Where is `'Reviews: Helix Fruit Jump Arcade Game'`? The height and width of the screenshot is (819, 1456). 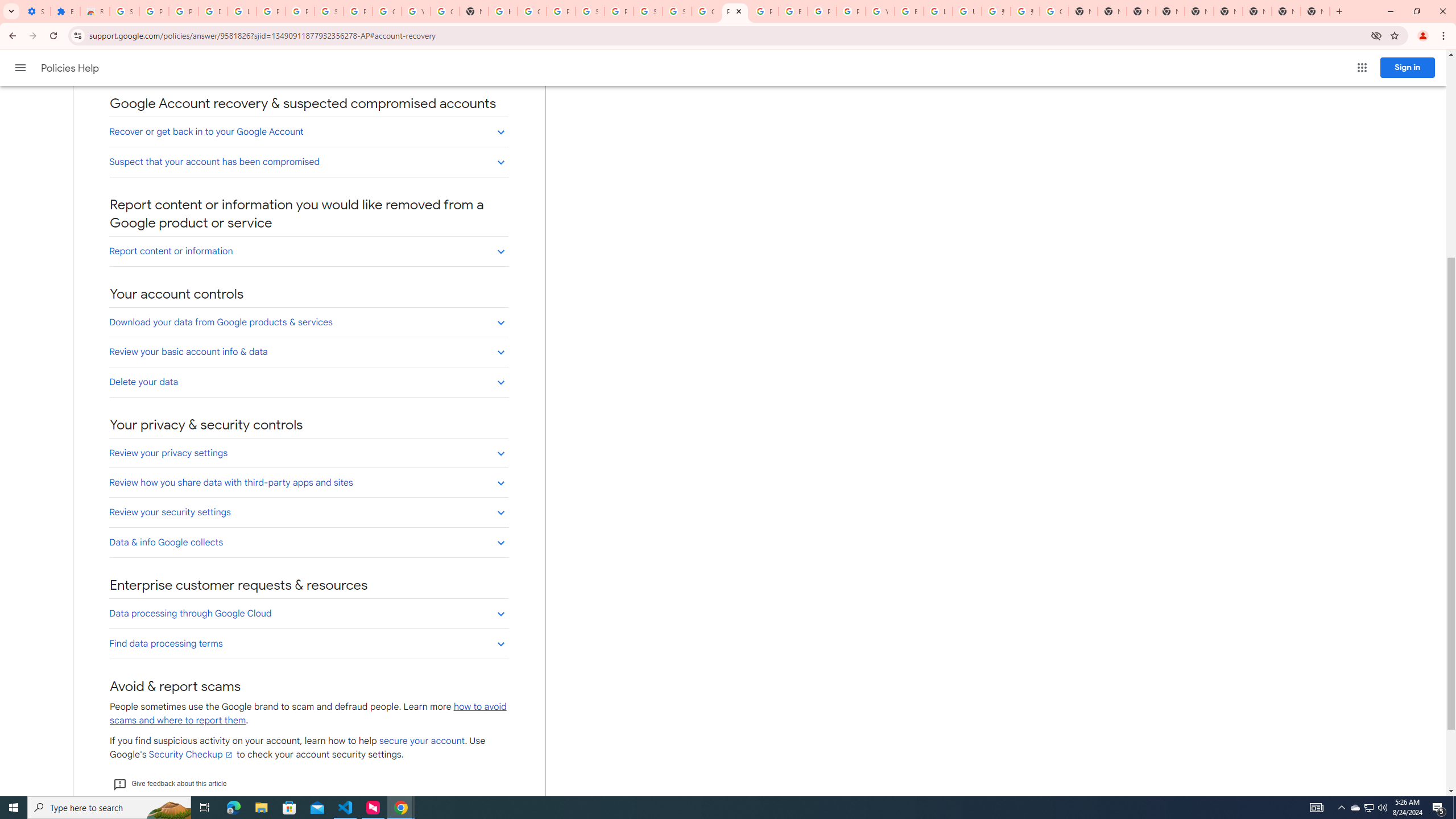
'Reviews: Helix Fruit Jump Arcade Game' is located at coordinates (95, 11).